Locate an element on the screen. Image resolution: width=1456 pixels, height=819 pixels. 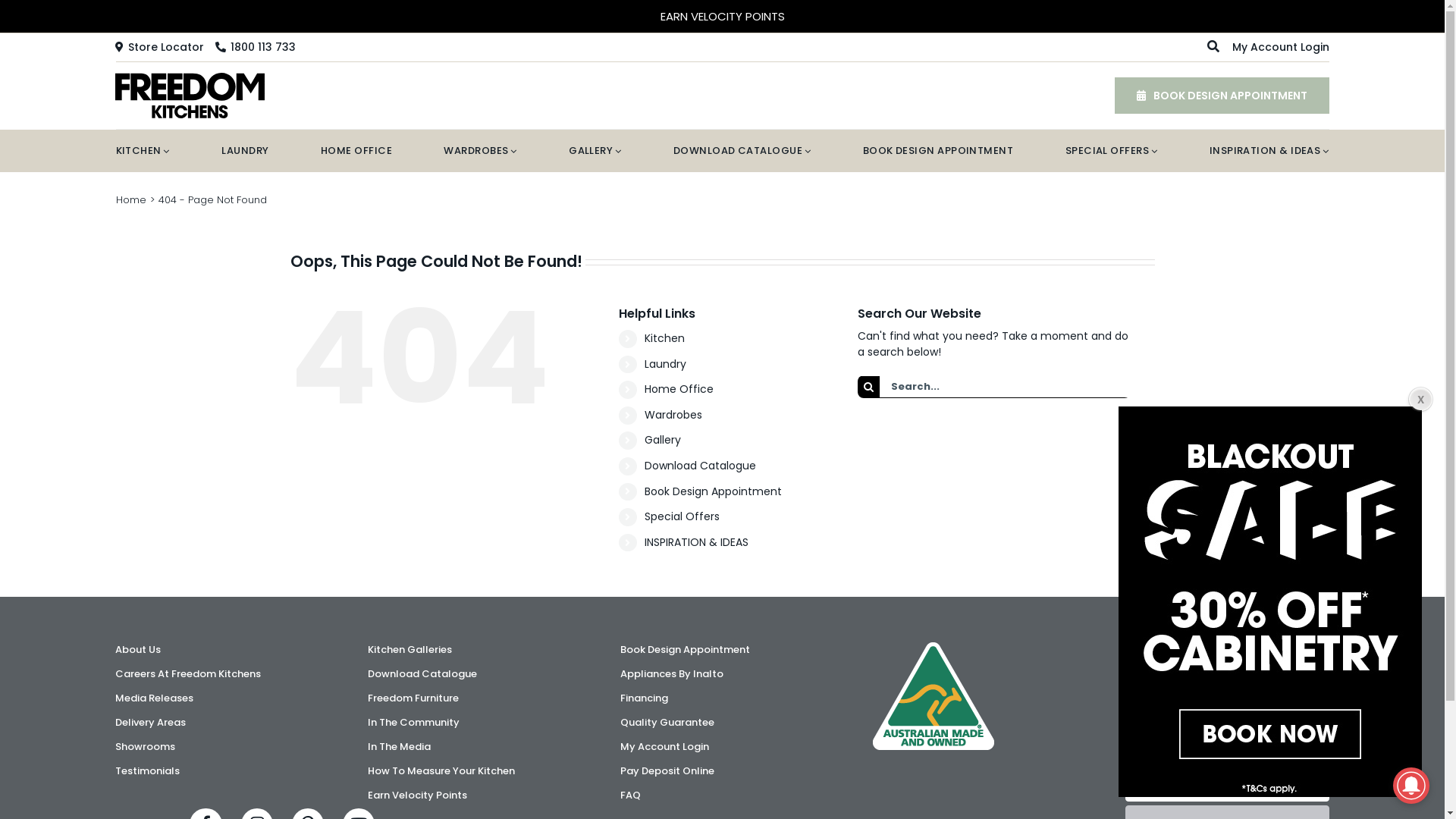
'Book Design Appointment' is located at coordinates (721, 648).